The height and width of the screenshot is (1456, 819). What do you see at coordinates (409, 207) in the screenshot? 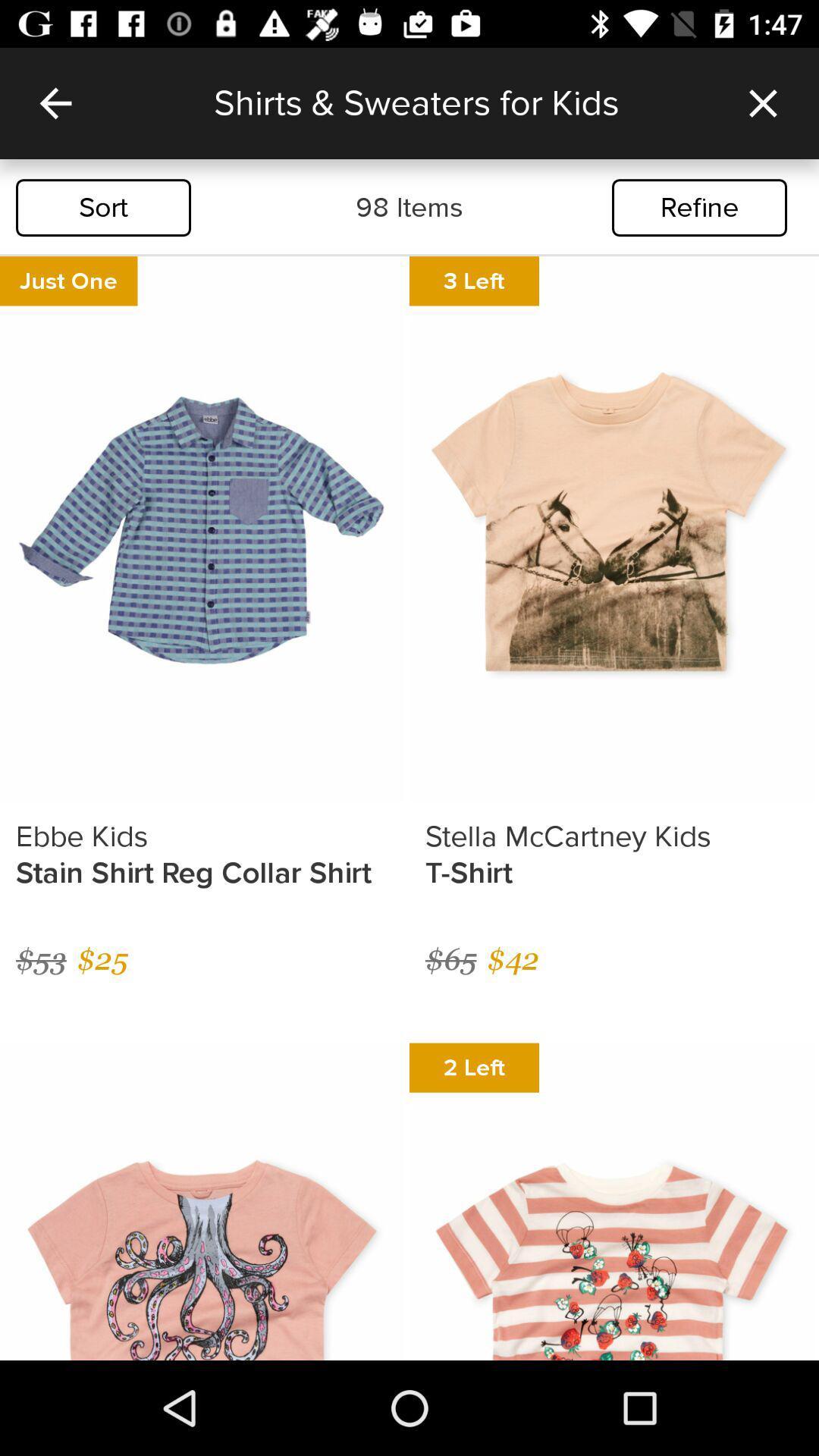
I see `icon to the left of the refine item` at bounding box center [409, 207].